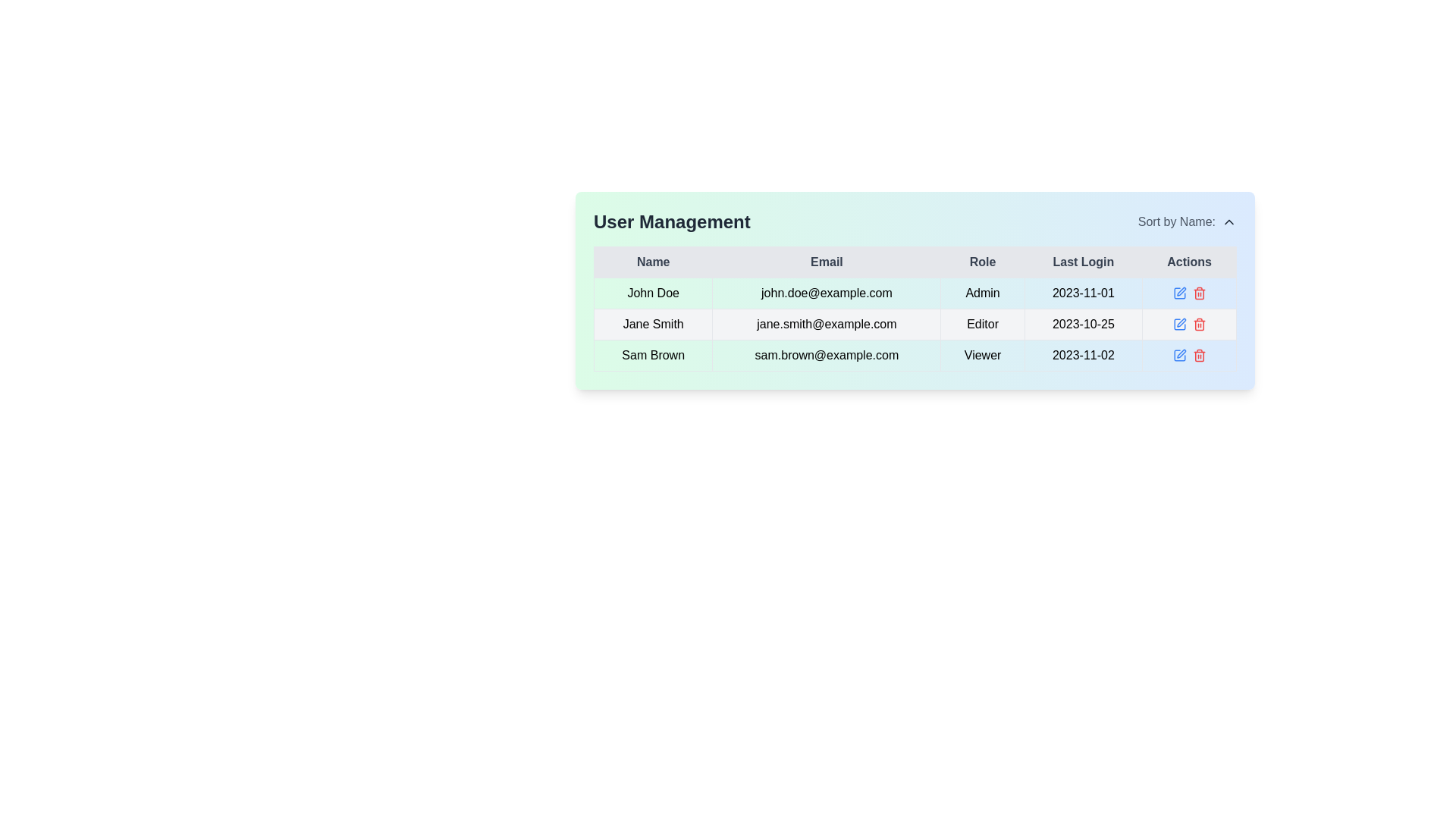 The width and height of the screenshot is (1456, 819). Describe the element at coordinates (653, 293) in the screenshot. I see `the static text element containing 'John Doe' in the 'Name' column of the user management table` at that location.